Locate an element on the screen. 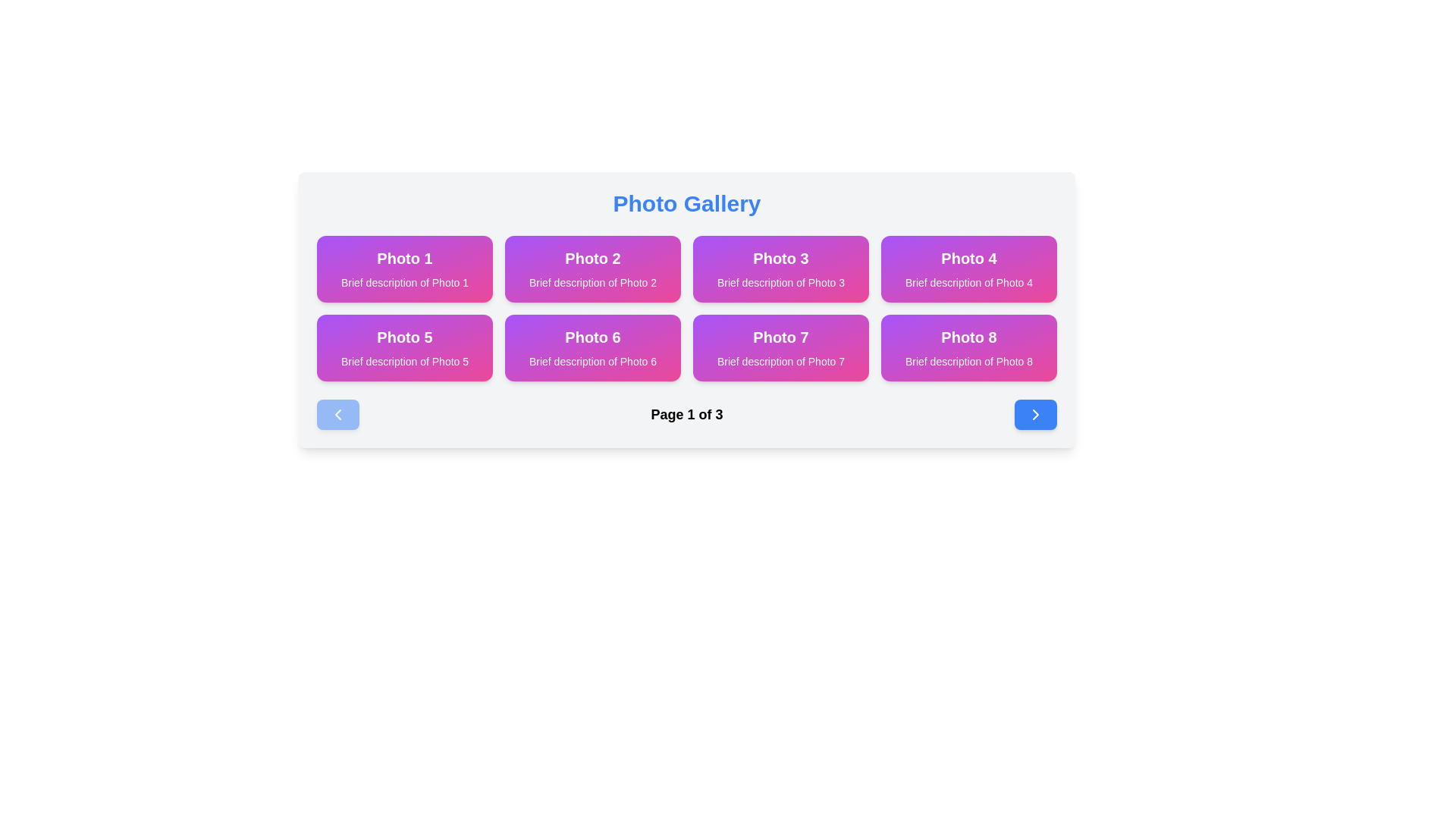 The image size is (1456, 819). text label displaying 'Photo 6' that is centered at the top of the card in the second row, second column of the gallery grid is located at coordinates (592, 336).